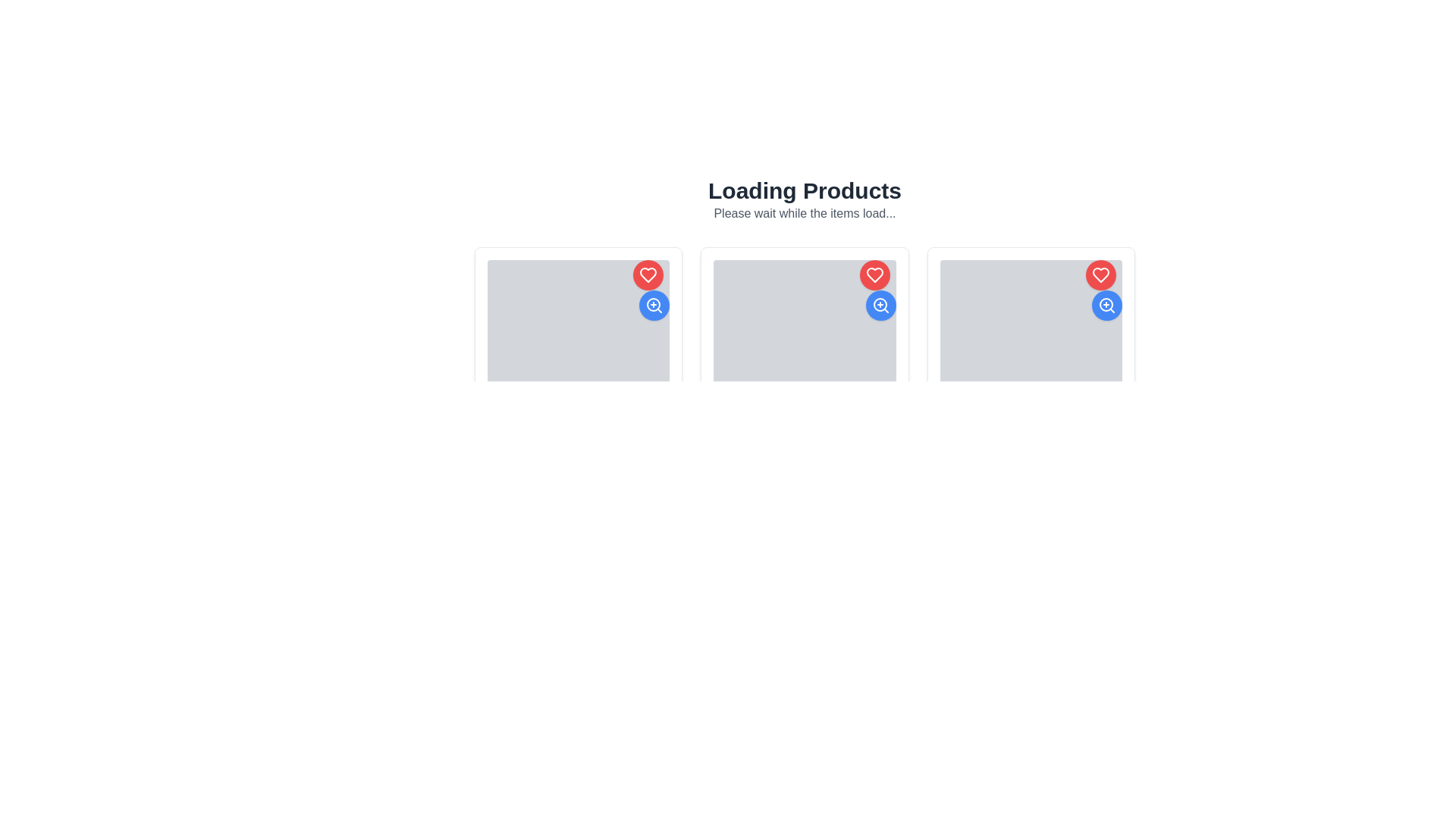  What do you see at coordinates (880, 305) in the screenshot?
I see `the circular button with a blue background and white magnifying glass icon located at the bottom-right corner of the second card` at bounding box center [880, 305].